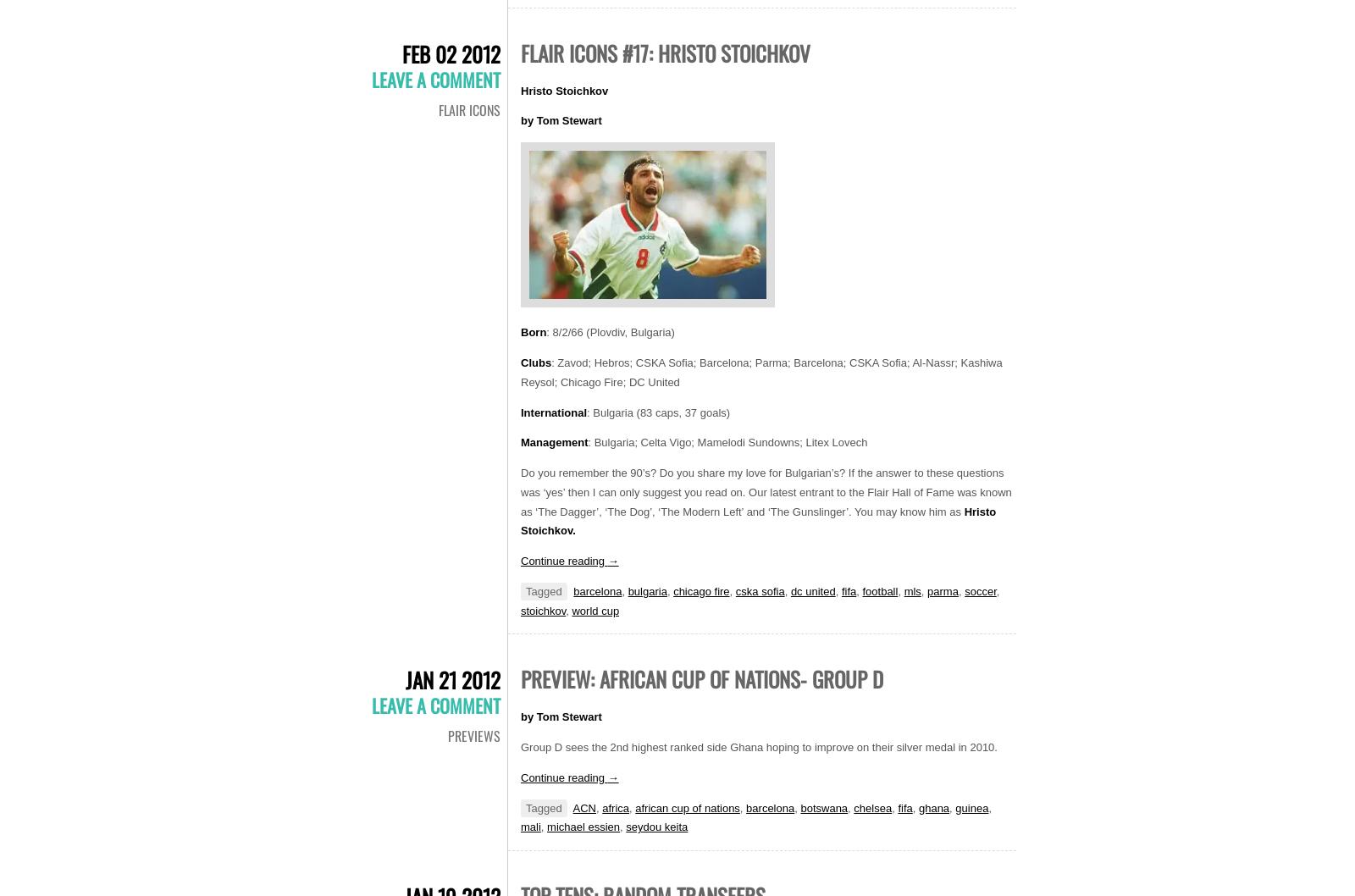 The image size is (1355, 896). I want to click on 'world cup', so click(595, 610).